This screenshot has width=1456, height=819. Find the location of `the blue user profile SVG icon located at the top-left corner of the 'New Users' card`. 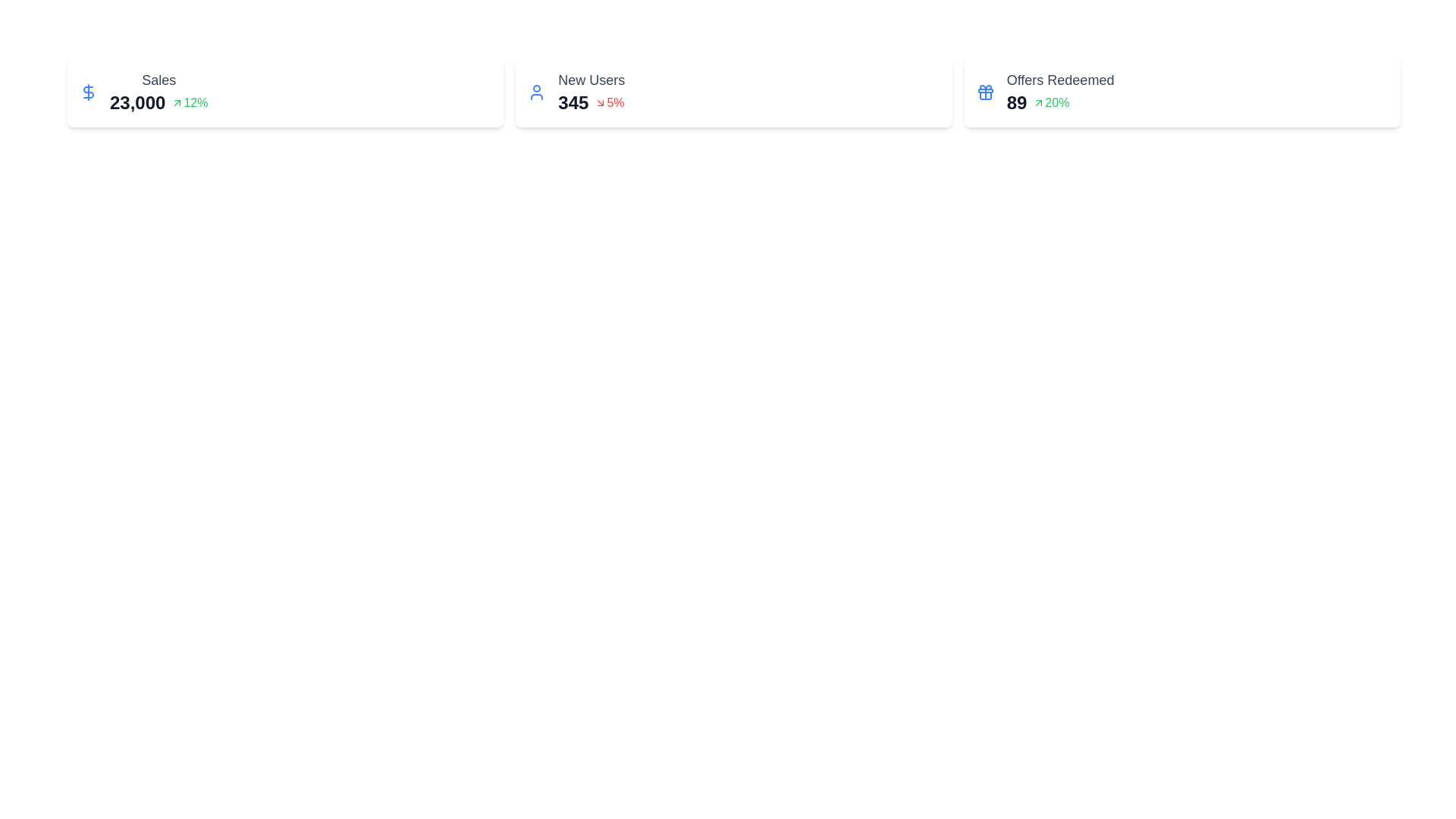

the blue user profile SVG icon located at the top-left corner of the 'New Users' card is located at coordinates (537, 93).